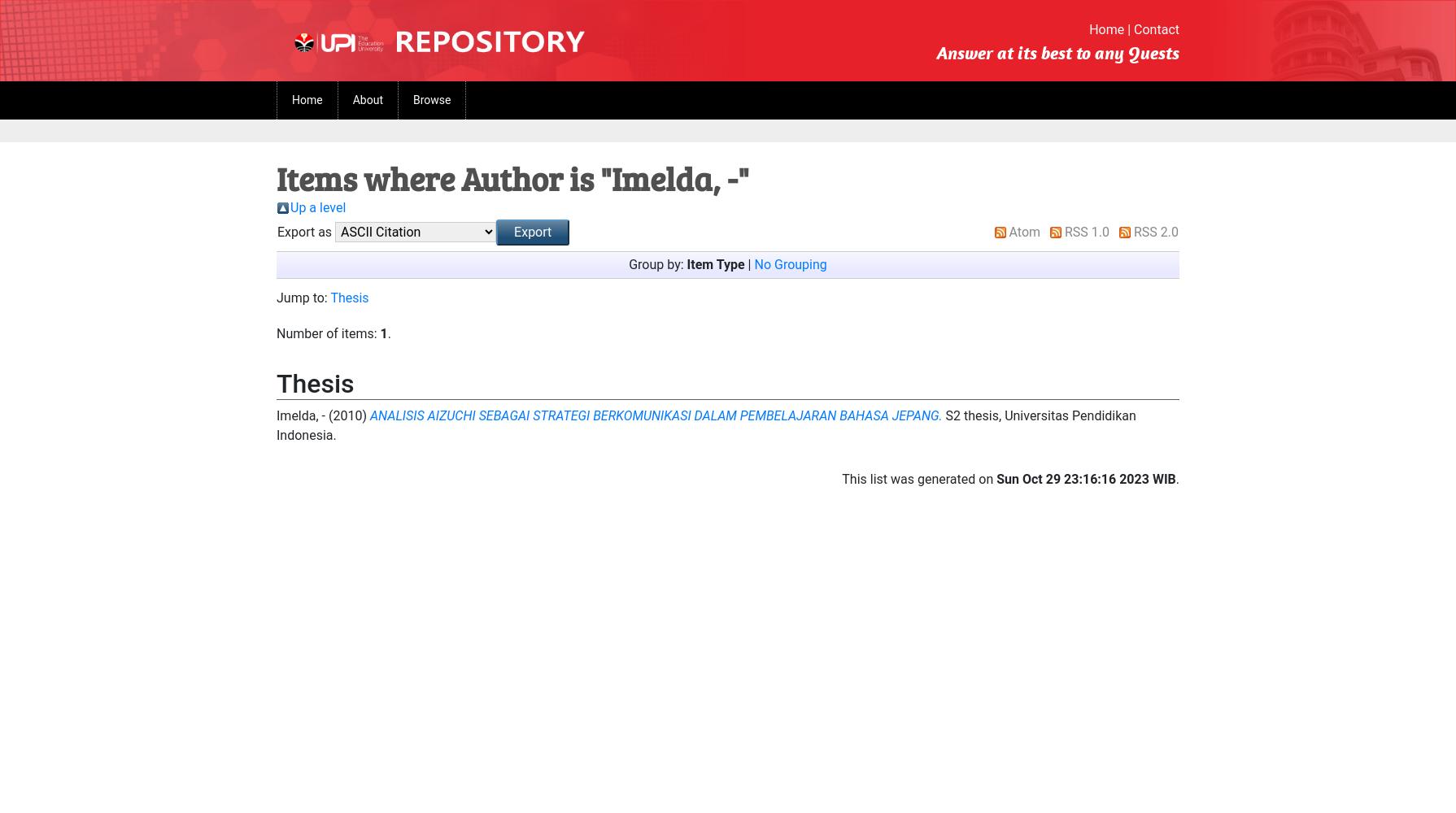  I want to click on 'No Grouping', so click(790, 263).